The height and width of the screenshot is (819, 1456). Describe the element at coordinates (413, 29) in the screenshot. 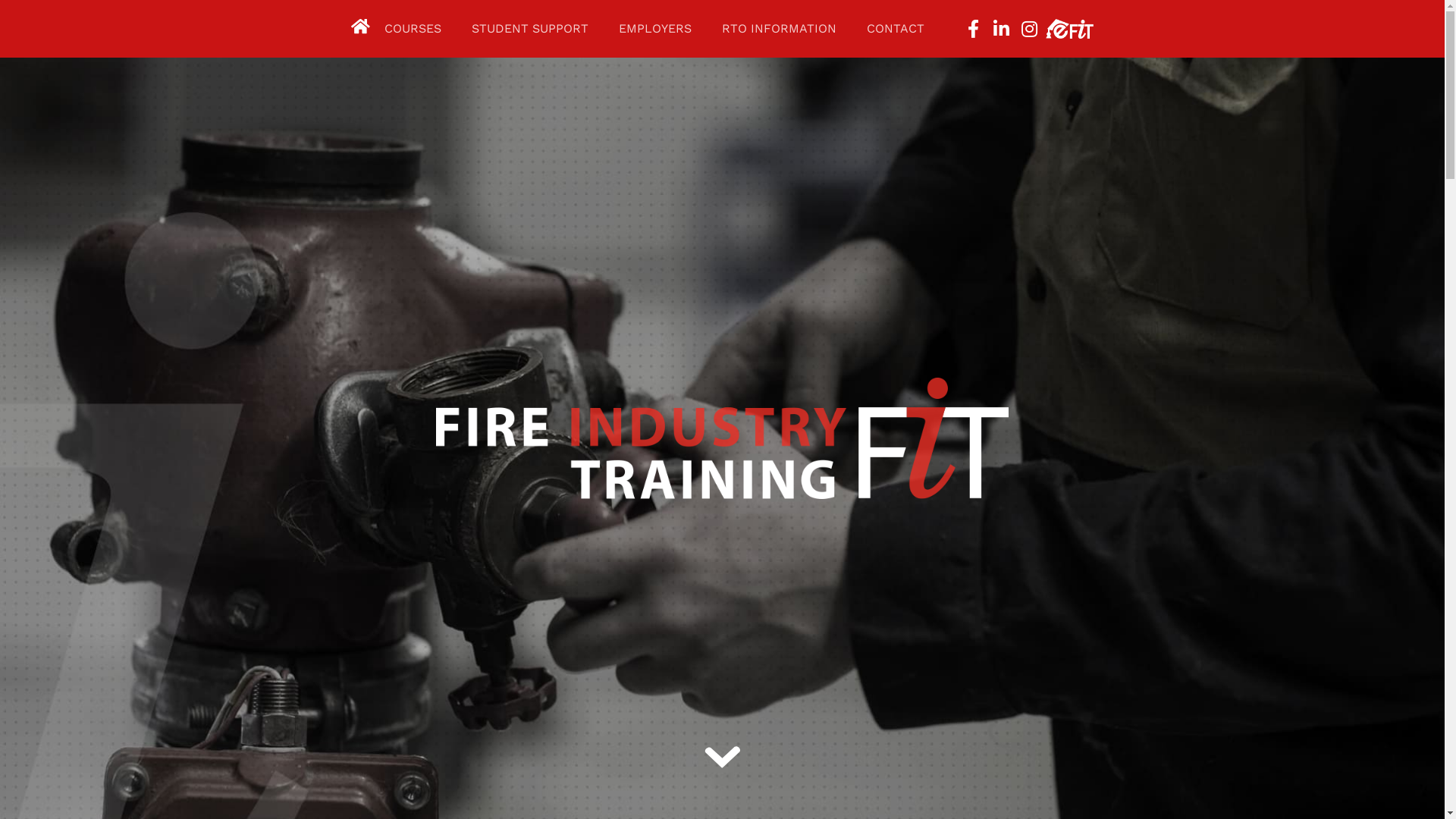

I see `'COURSES'` at that location.